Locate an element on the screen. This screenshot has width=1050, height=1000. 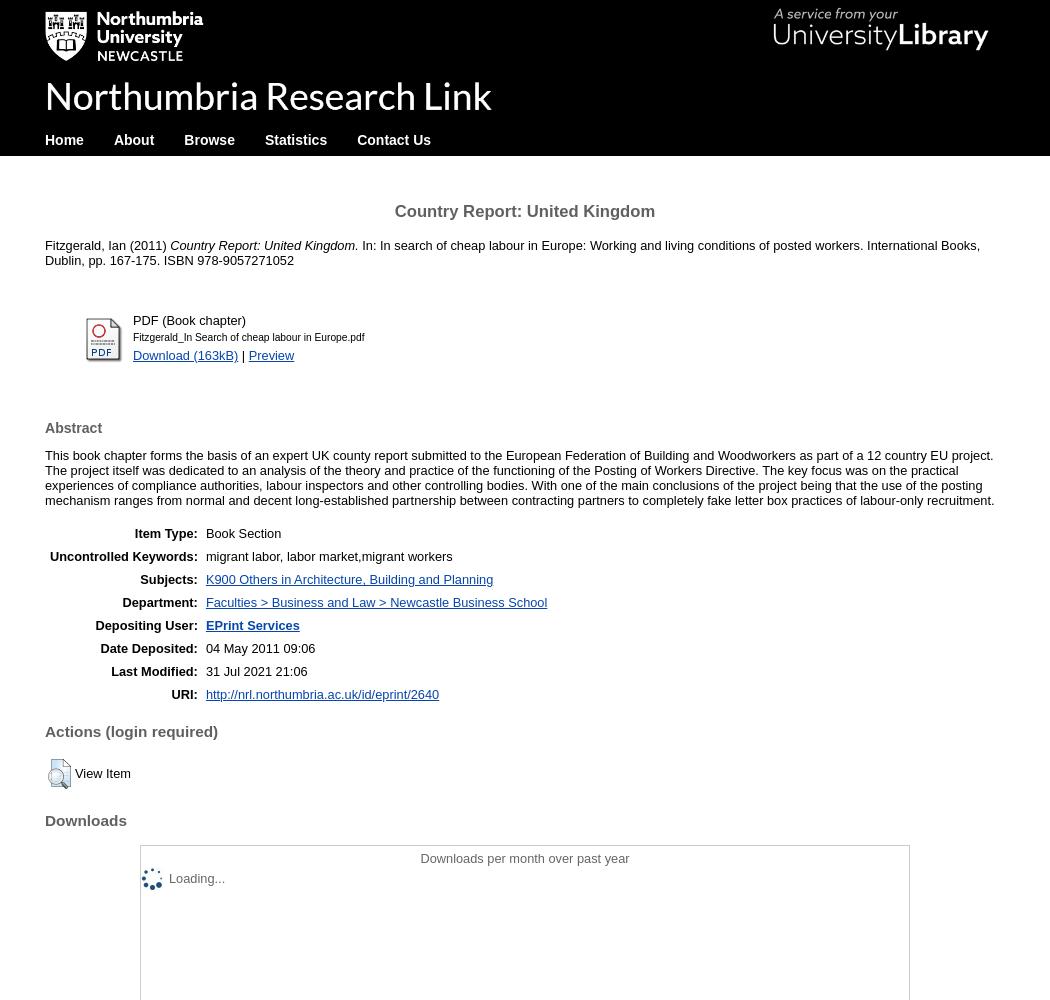
'This book chapter forms the basis of an expert UK county report submitted to the European Federation of Building and Woodworkers as part of a 12 country EU project. The project itself was dedicated to an analysis of the theory and practice of the functioning of the Posting of Workers Directive. The key focus was on the practical experiences of compliance authorities, labour inspectors and other controlling bodies. With one of the main conclusions of the project being that the use of the posting mechanism ranges from normal and decent long-established partnership between contracting partners to completely fake letter box practices of labour-only recruitment.' is located at coordinates (518, 477).